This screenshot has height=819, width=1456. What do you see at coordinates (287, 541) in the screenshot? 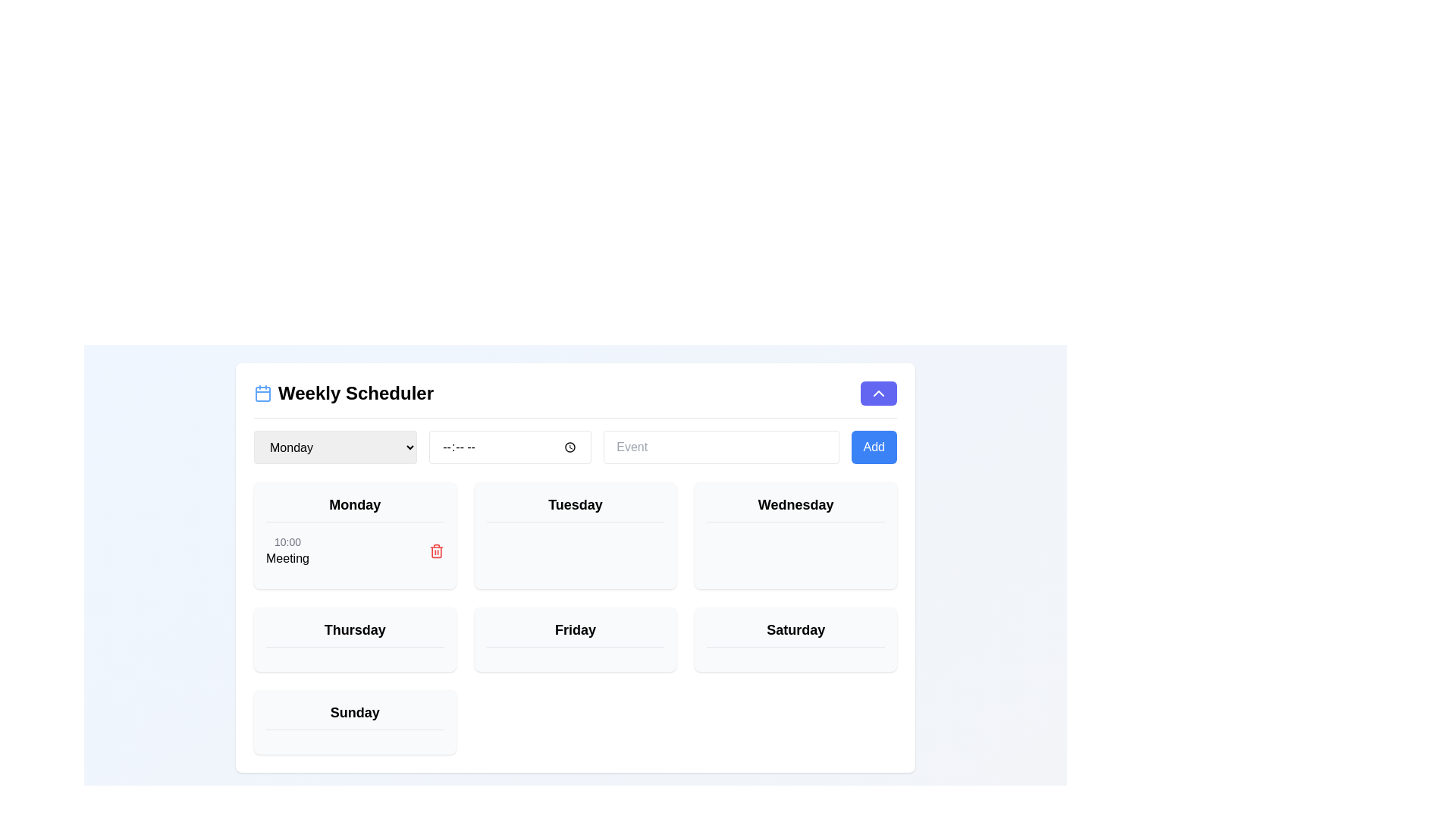
I see `time displayed in the Text label showing '10:00' at the top of the 'Monday' group` at bounding box center [287, 541].